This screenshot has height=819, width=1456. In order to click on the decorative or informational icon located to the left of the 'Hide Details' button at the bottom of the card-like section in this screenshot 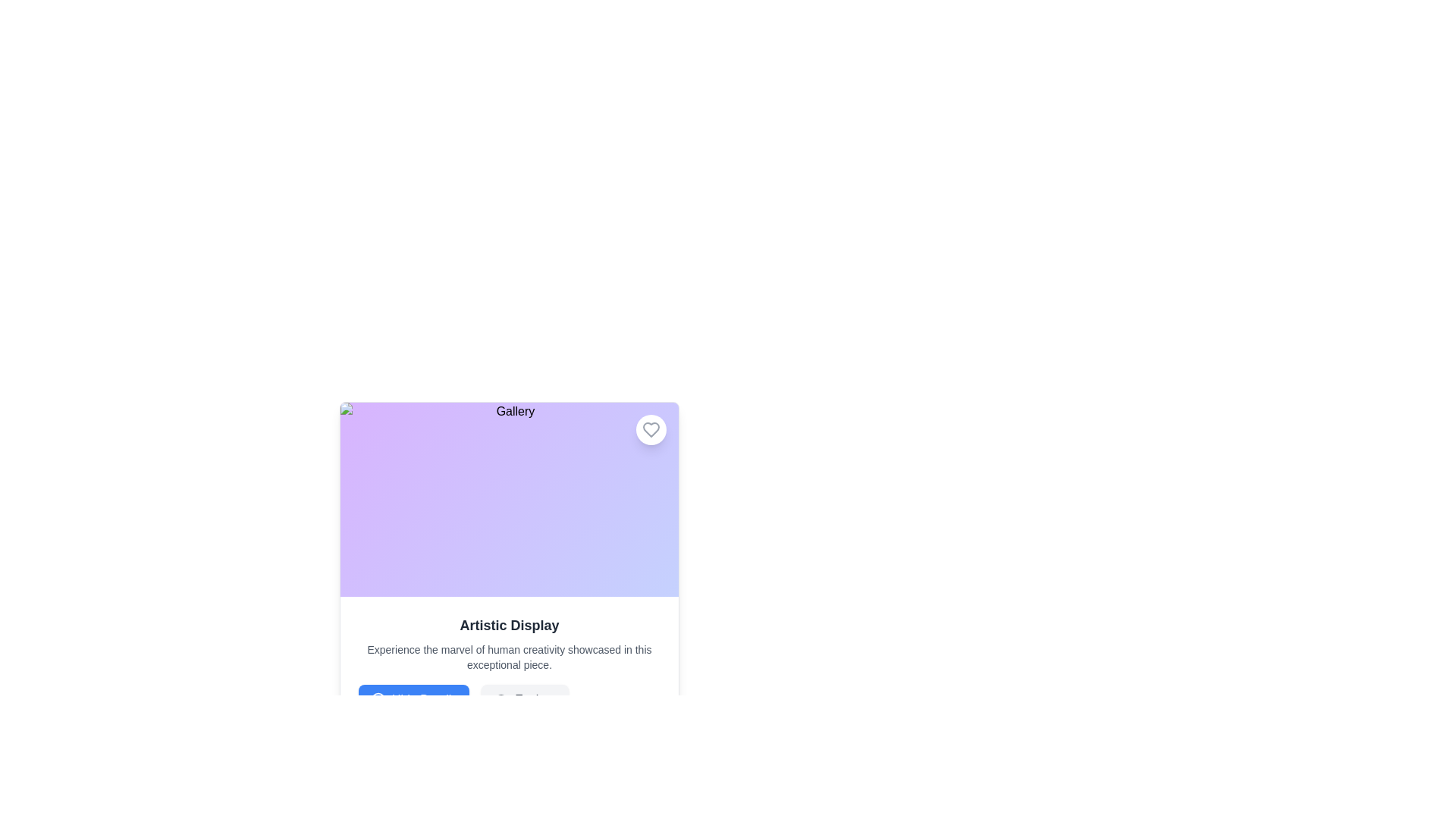, I will do `click(378, 699)`.